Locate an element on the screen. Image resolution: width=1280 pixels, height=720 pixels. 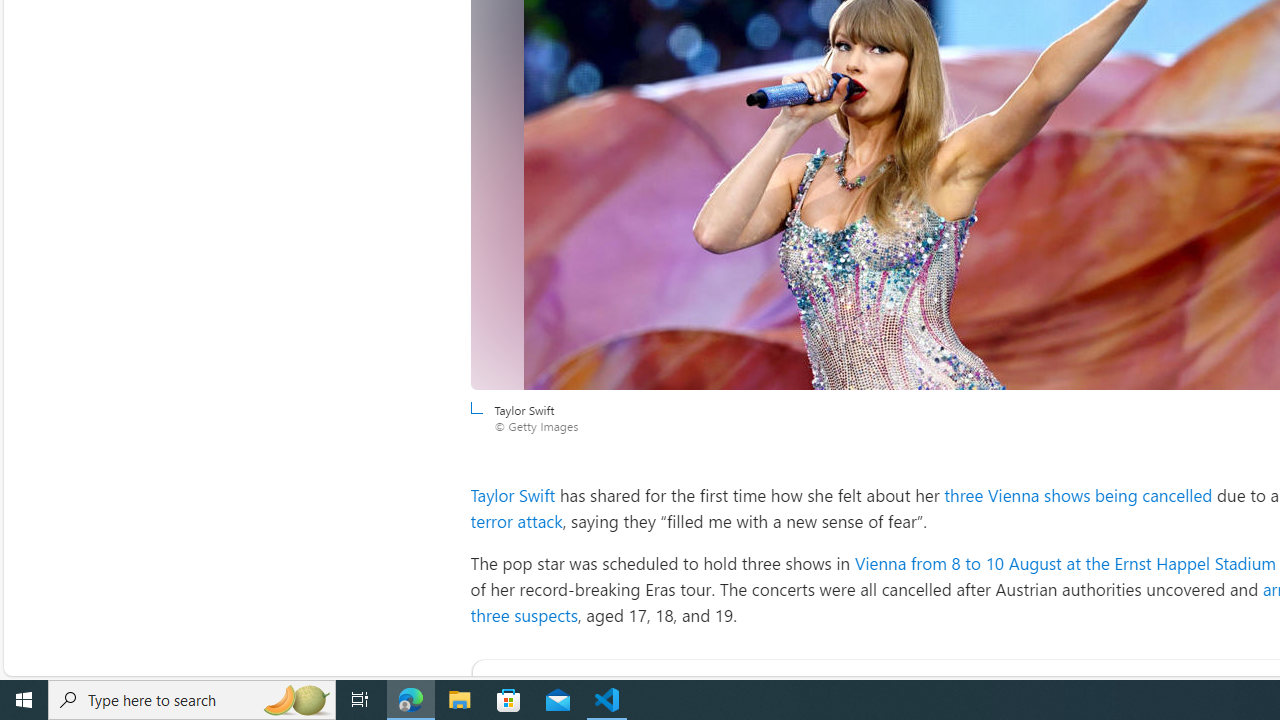
'Vienna from 8 to 10 August at the Ernst Happel Stadium' is located at coordinates (1063, 563).